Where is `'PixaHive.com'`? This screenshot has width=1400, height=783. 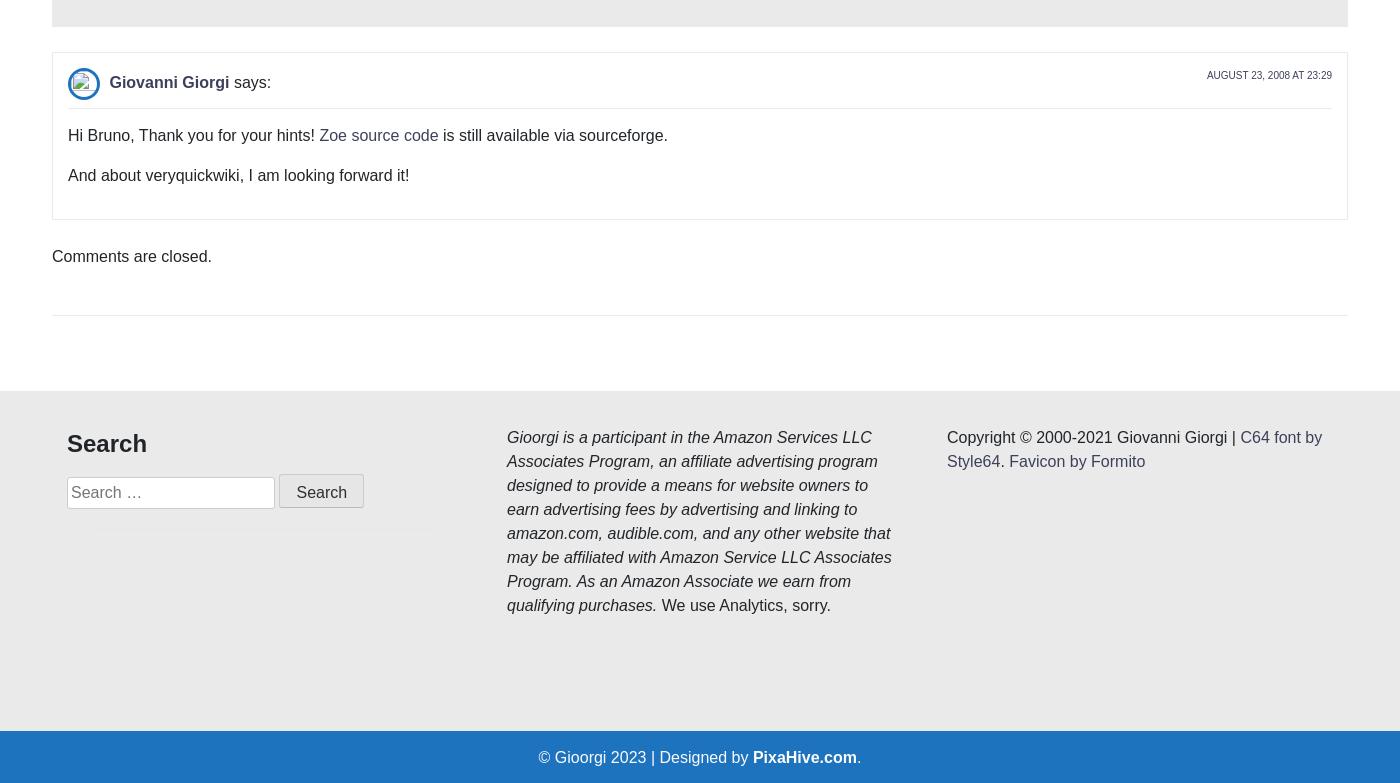 'PixaHive.com' is located at coordinates (804, 457).